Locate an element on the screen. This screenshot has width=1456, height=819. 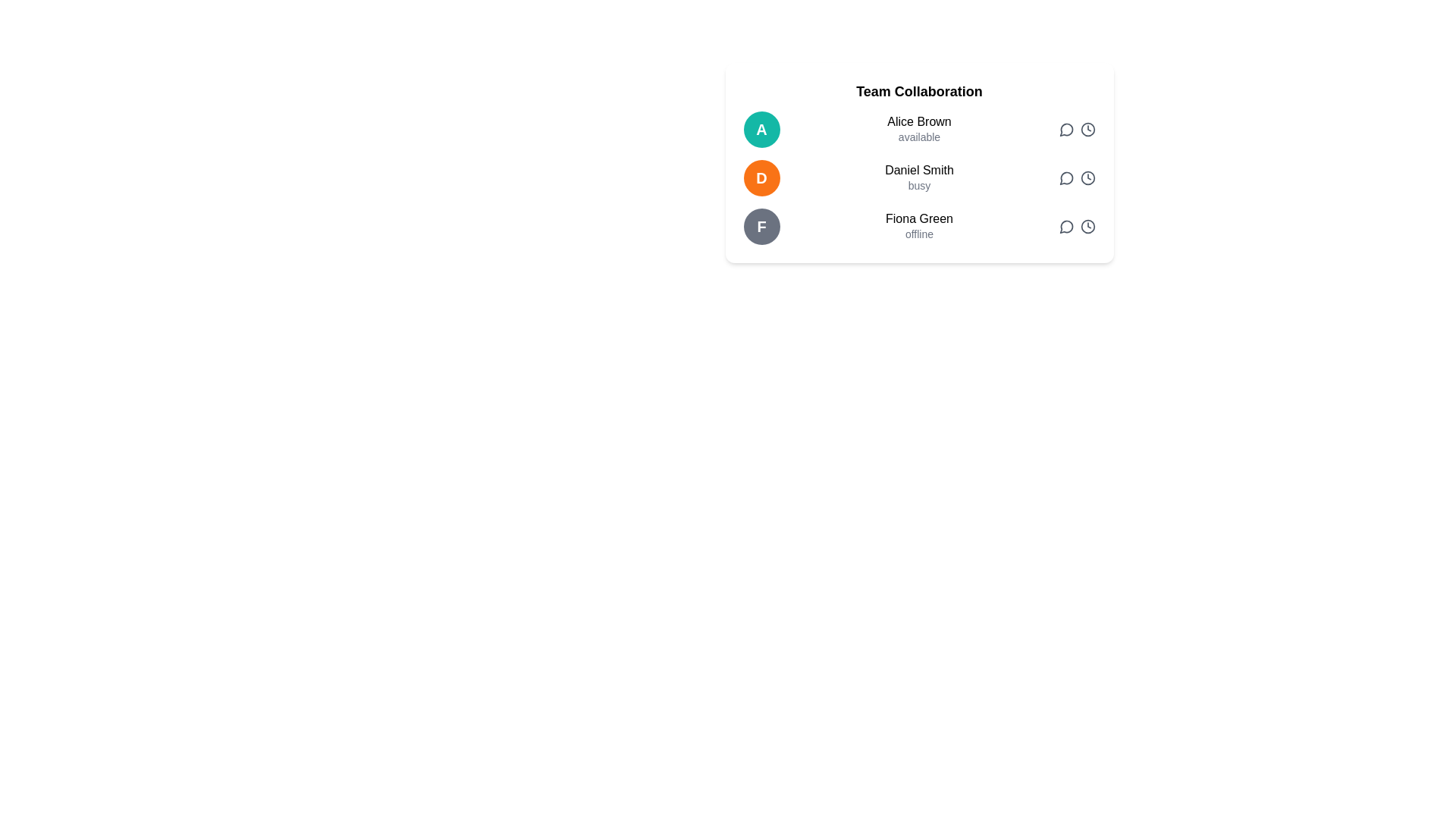
the clock icon button, which is the second interactive icon in the user entry list is located at coordinates (1087, 128).